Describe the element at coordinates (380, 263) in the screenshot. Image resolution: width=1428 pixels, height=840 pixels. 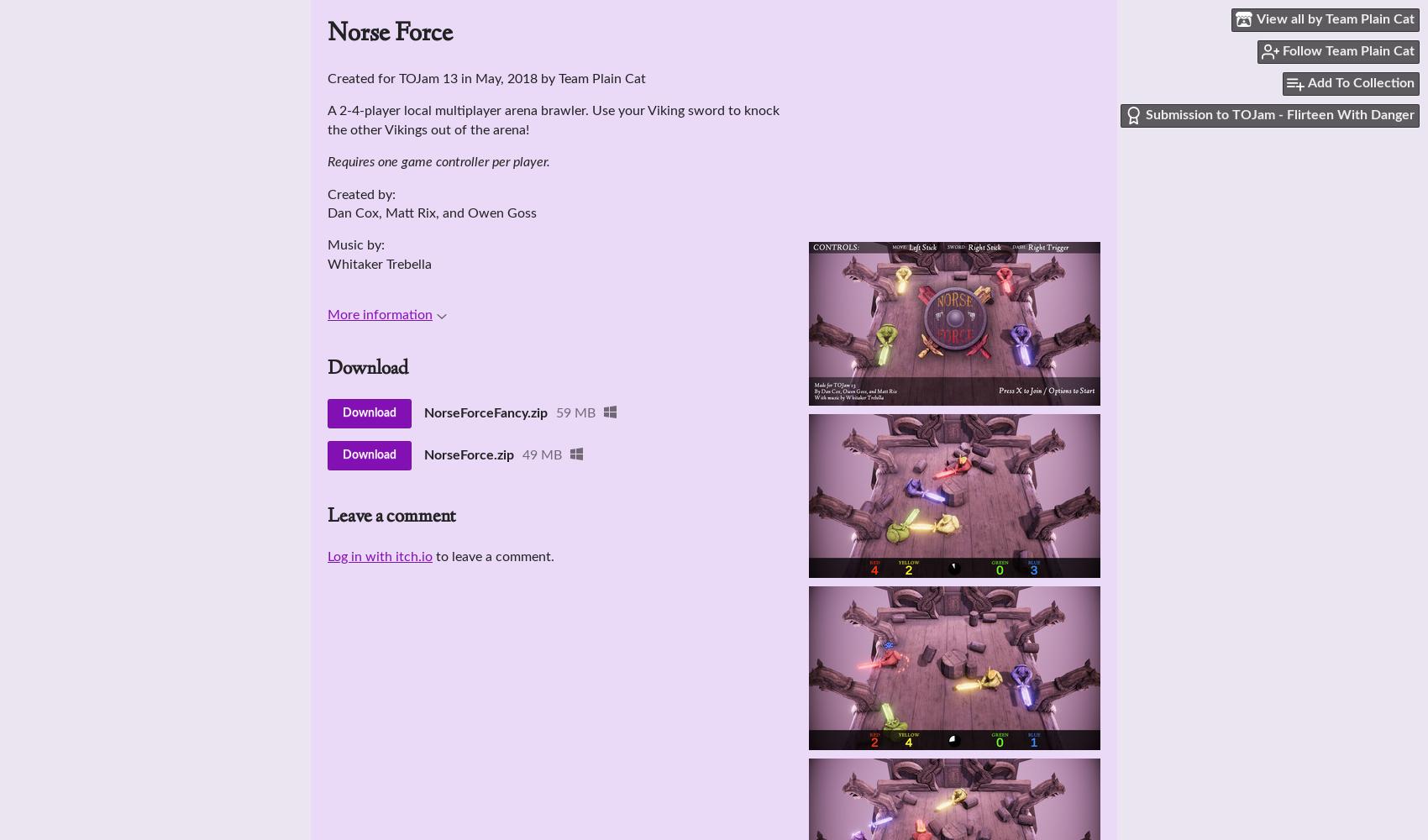
I see `'Whitaker Trebella'` at that location.